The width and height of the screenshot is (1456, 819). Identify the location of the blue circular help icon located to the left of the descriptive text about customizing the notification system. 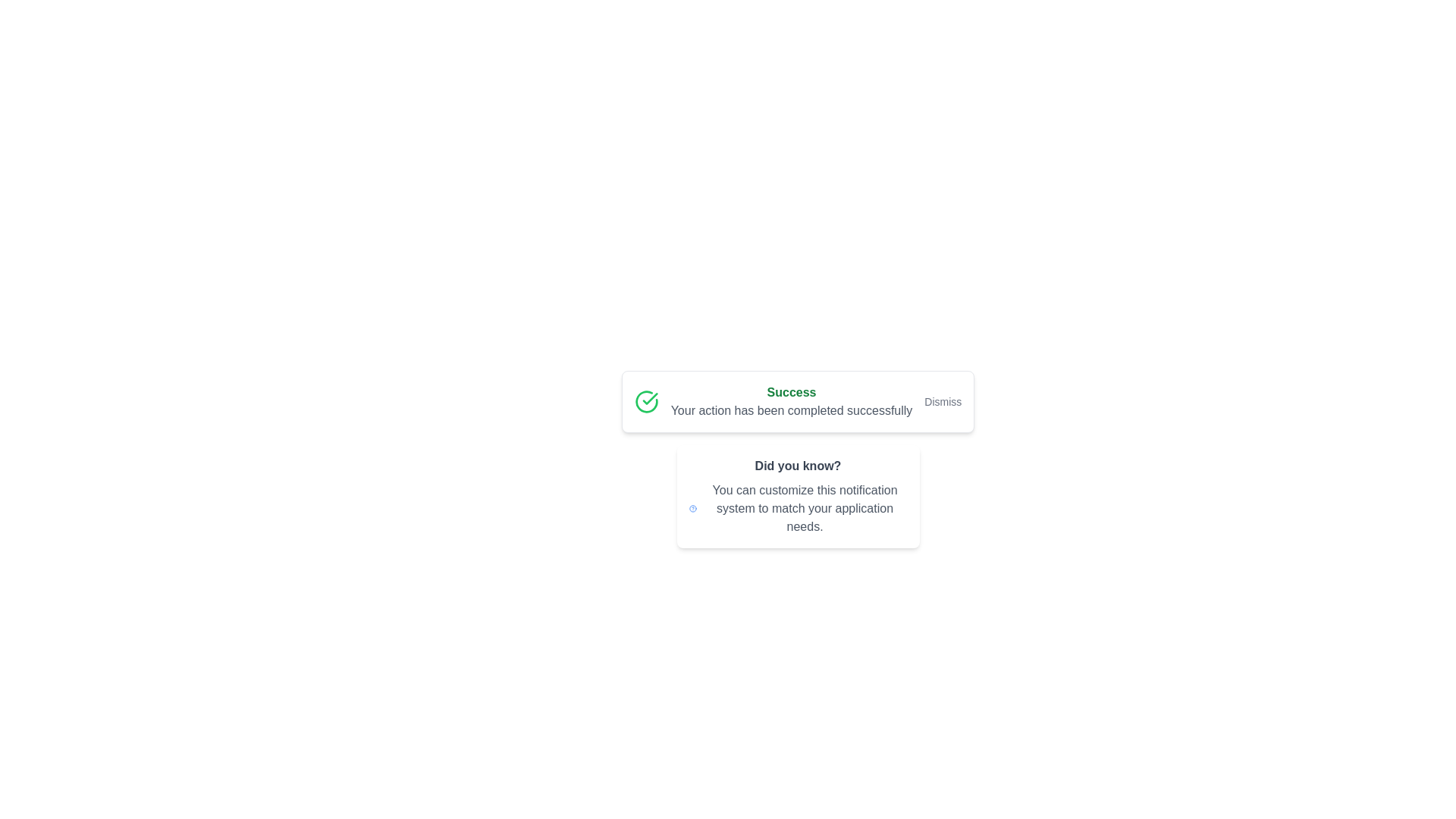
(691, 509).